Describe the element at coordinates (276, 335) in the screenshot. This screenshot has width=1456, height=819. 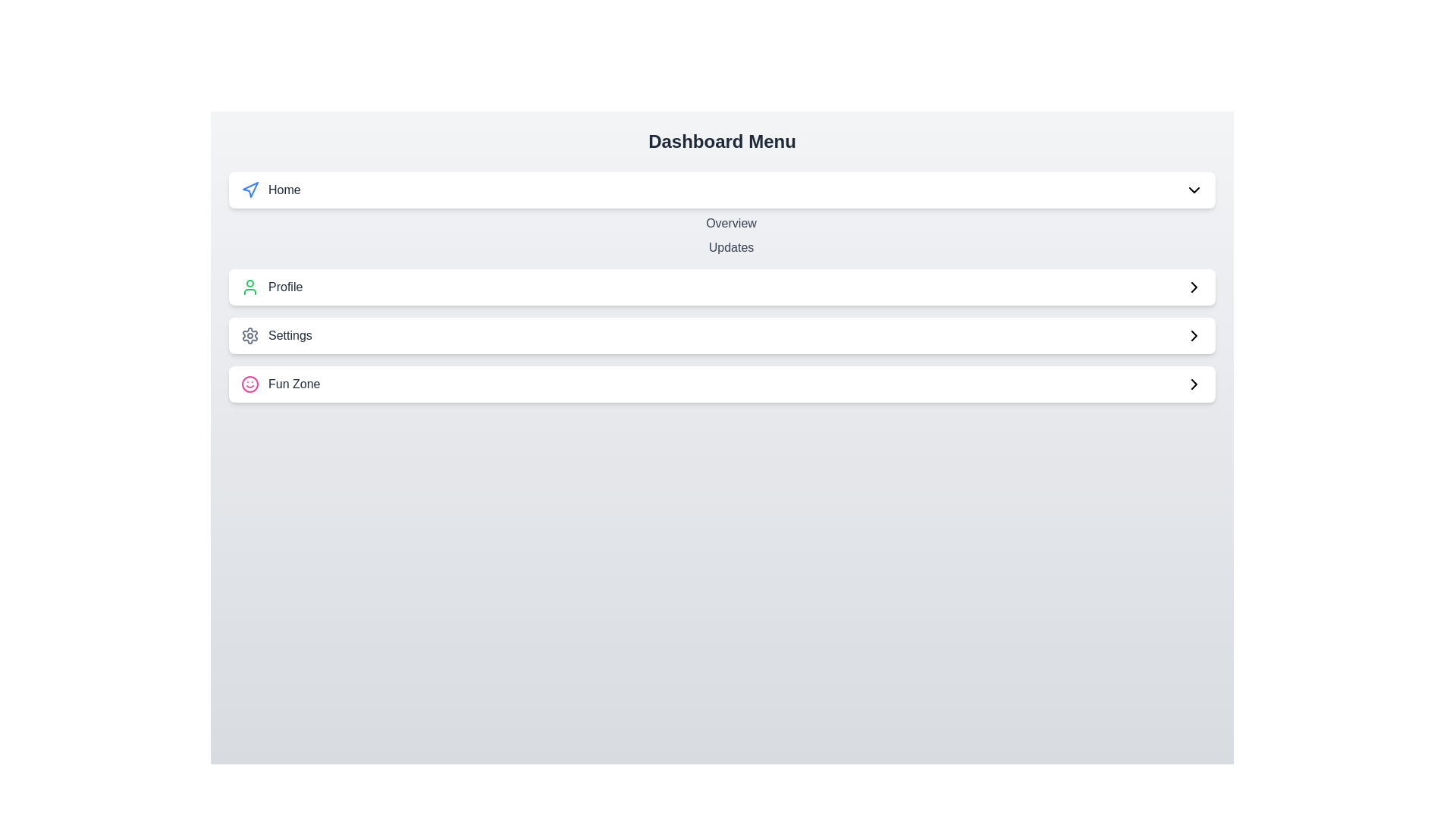
I see `the 'Settings' navigation menu item, which is located in the third row of the list, directly below 'Profile' and above 'Fun Zone'` at that location.